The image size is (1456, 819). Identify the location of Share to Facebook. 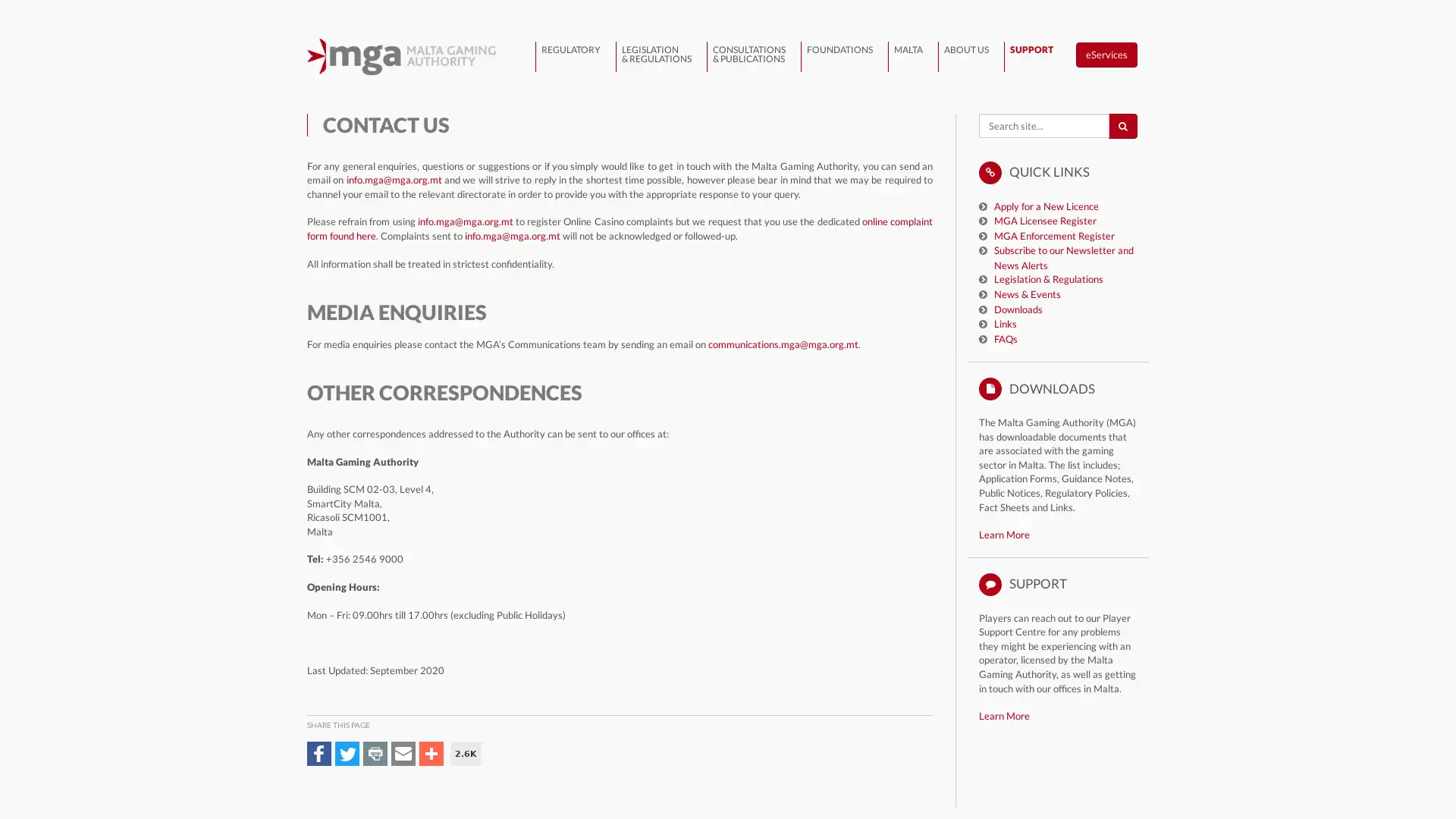
(318, 754).